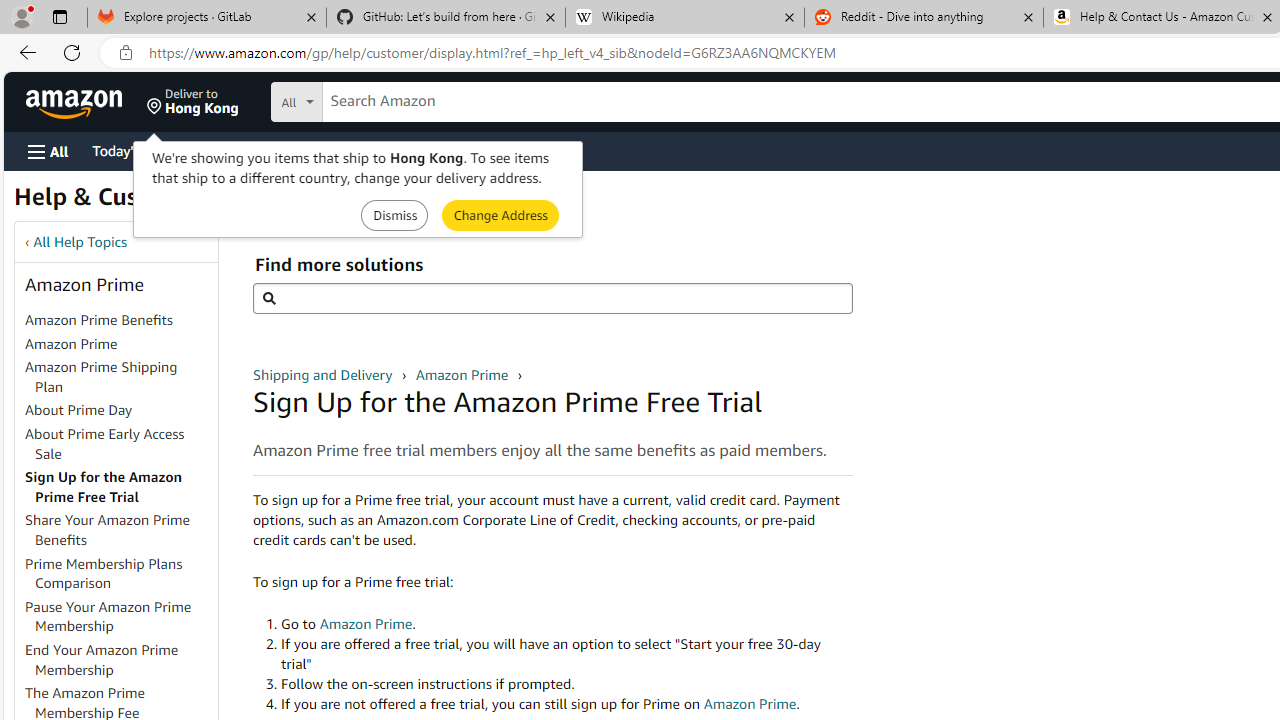  I want to click on 'End Your Amazon Prime Membership', so click(119, 660).